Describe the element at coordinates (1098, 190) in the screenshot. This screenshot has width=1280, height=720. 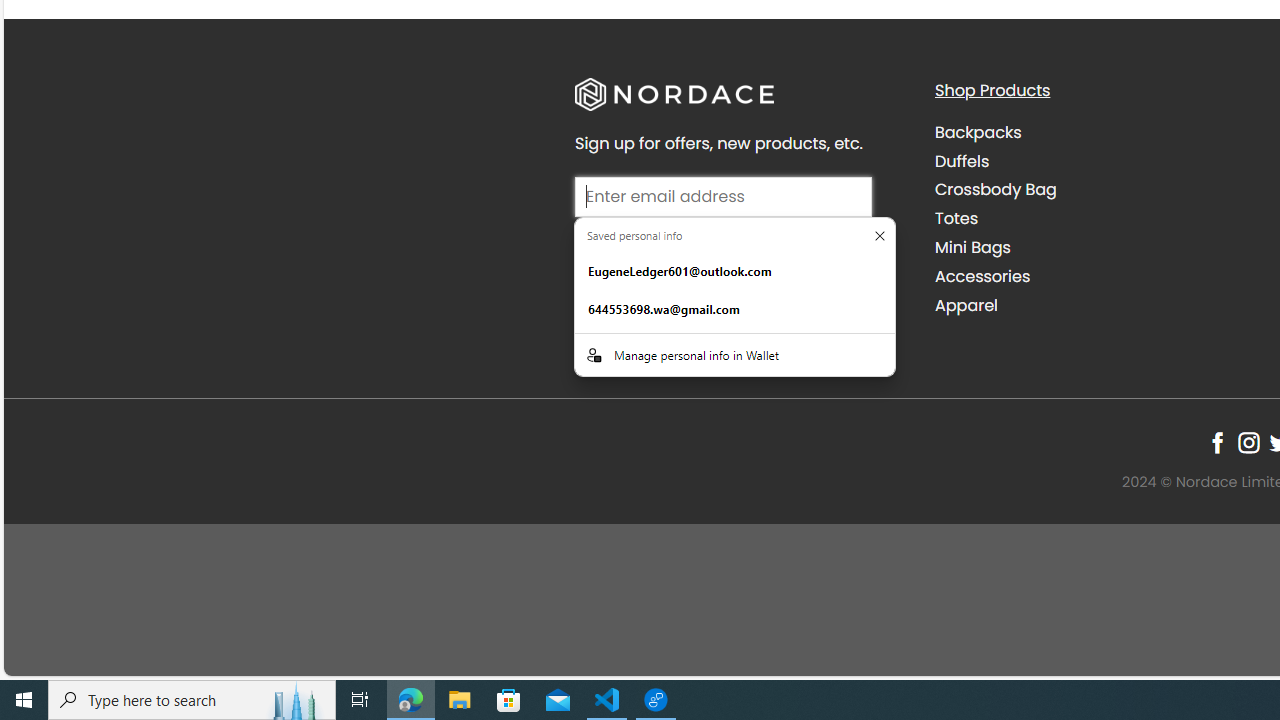
I see `'Crossbody Bag'` at that location.